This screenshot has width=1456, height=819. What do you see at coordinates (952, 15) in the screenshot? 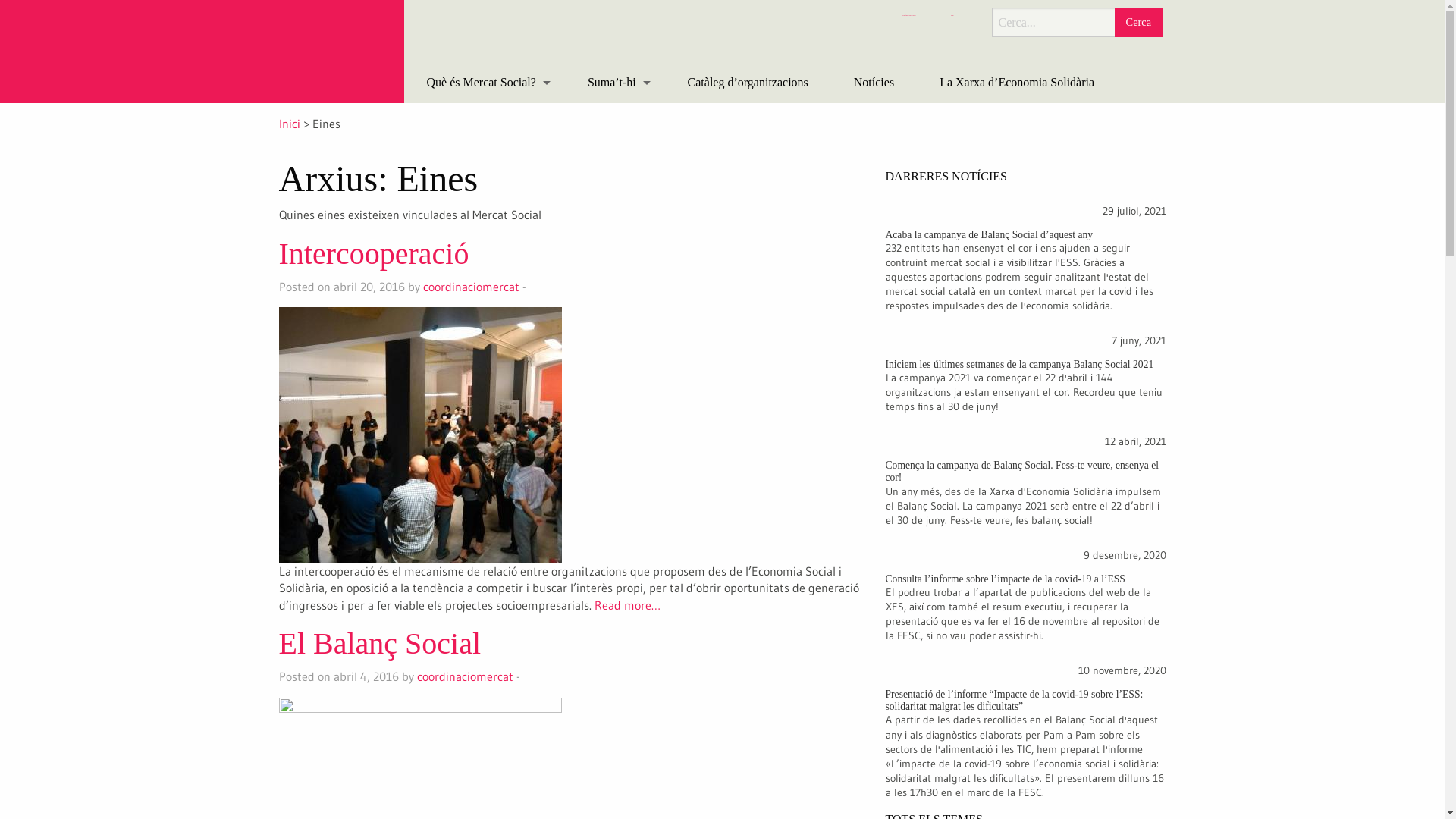
I see `'Contacte'` at bounding box center [952, 15].